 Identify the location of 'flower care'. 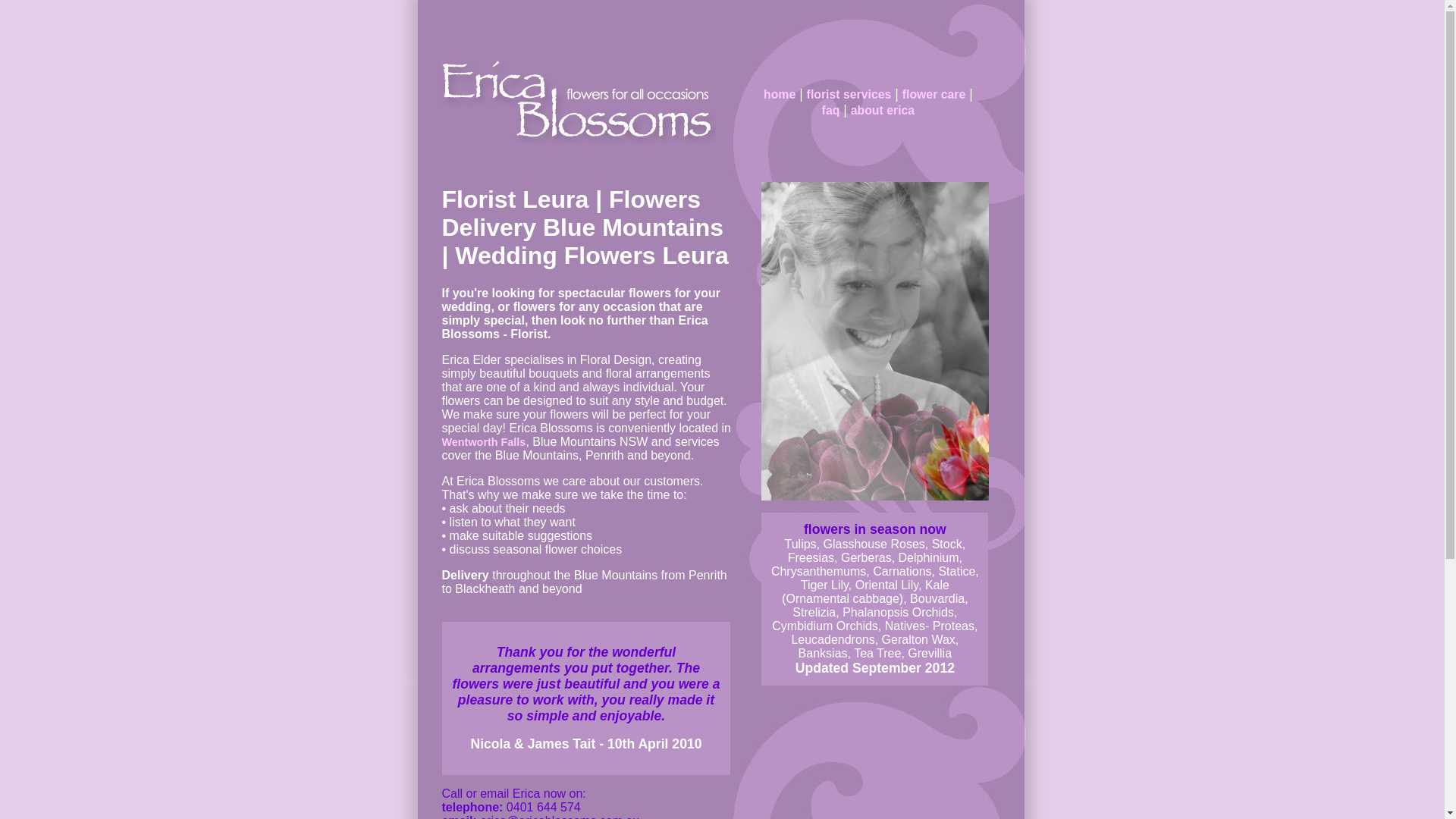
(934, 94).